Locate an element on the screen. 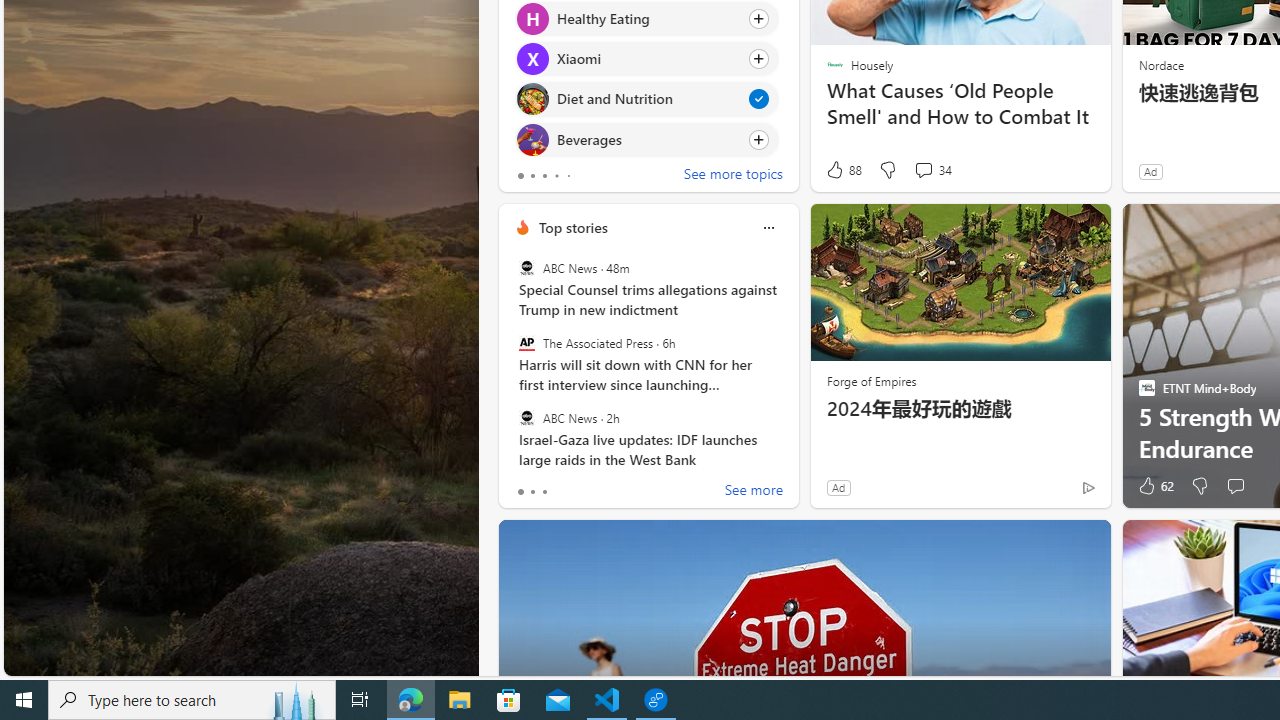  'Dislike' is located at coordinates (1200, 486).